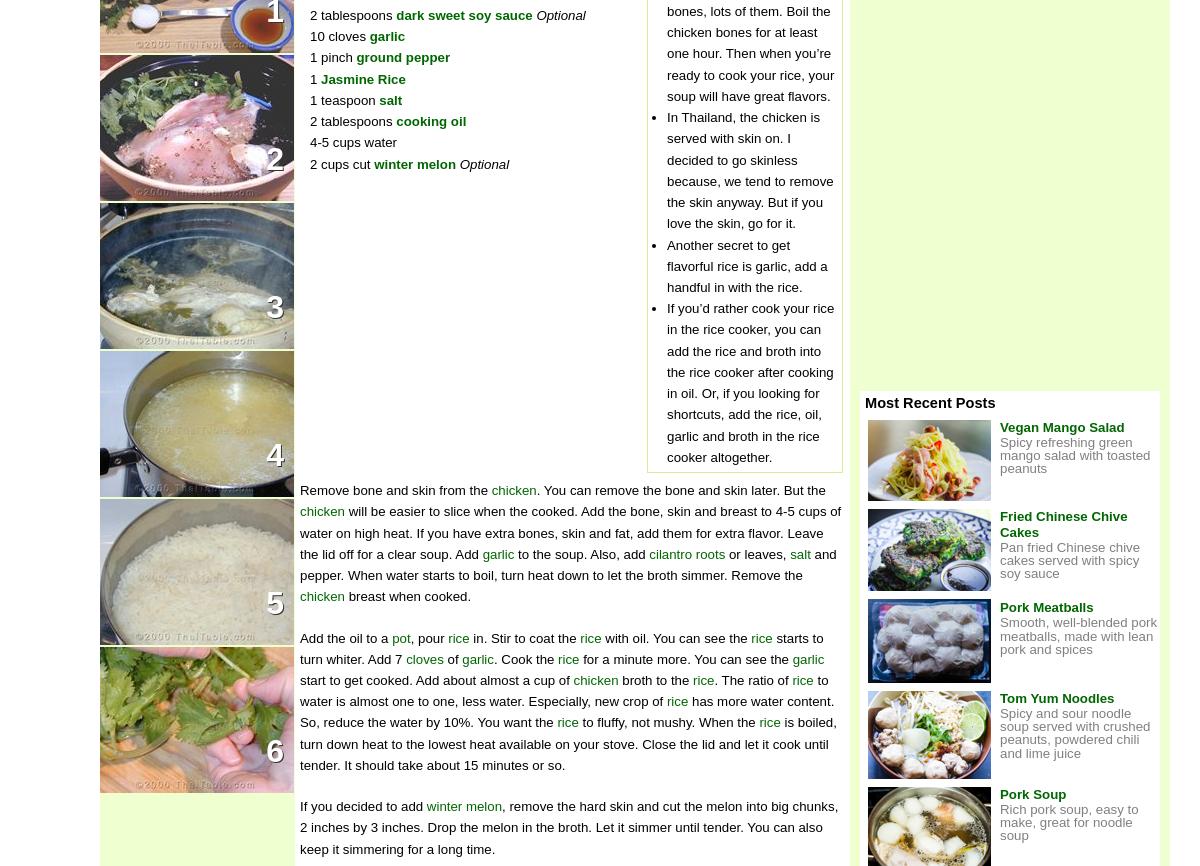 Image resolution: width=1200 pixels, height=866 pixels. I want to click on 'Vegan Mango Salad', so click(1061, 425).